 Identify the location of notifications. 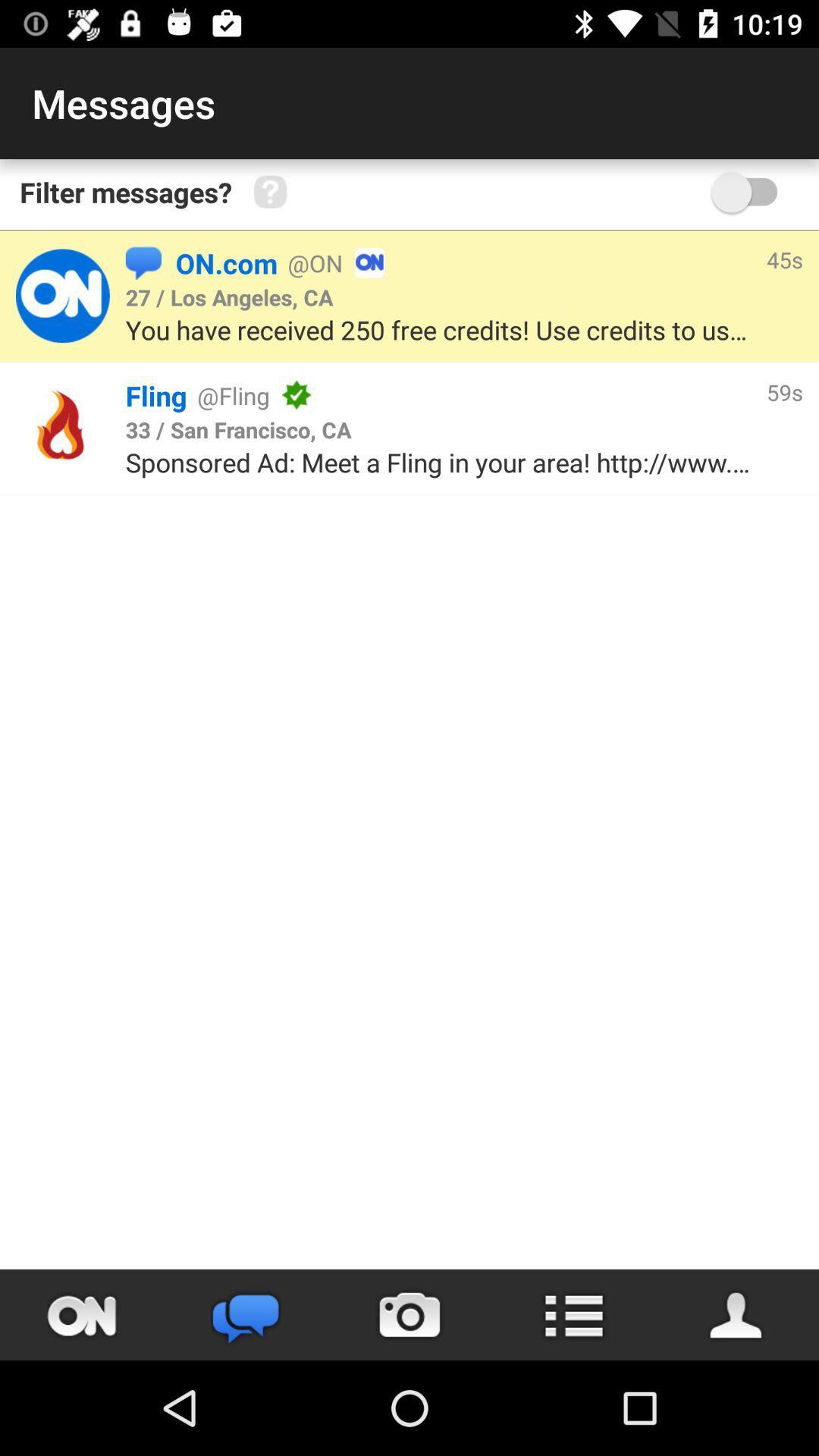
(82, 1314).